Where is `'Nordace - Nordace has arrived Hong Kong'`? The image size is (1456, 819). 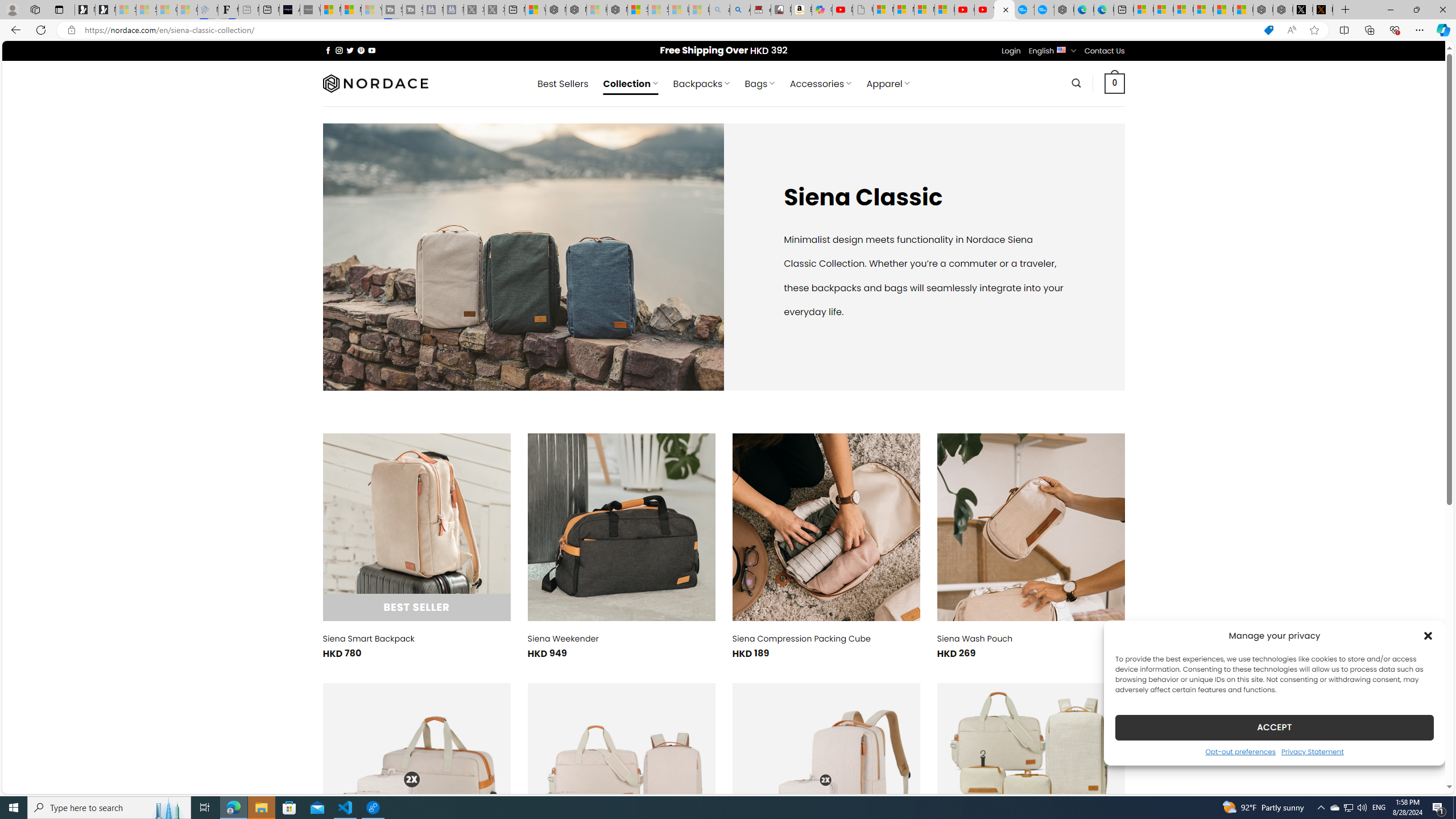 'Nordace - Nordace has arrived Hong Kong' is located at coordinates (1064, 9).